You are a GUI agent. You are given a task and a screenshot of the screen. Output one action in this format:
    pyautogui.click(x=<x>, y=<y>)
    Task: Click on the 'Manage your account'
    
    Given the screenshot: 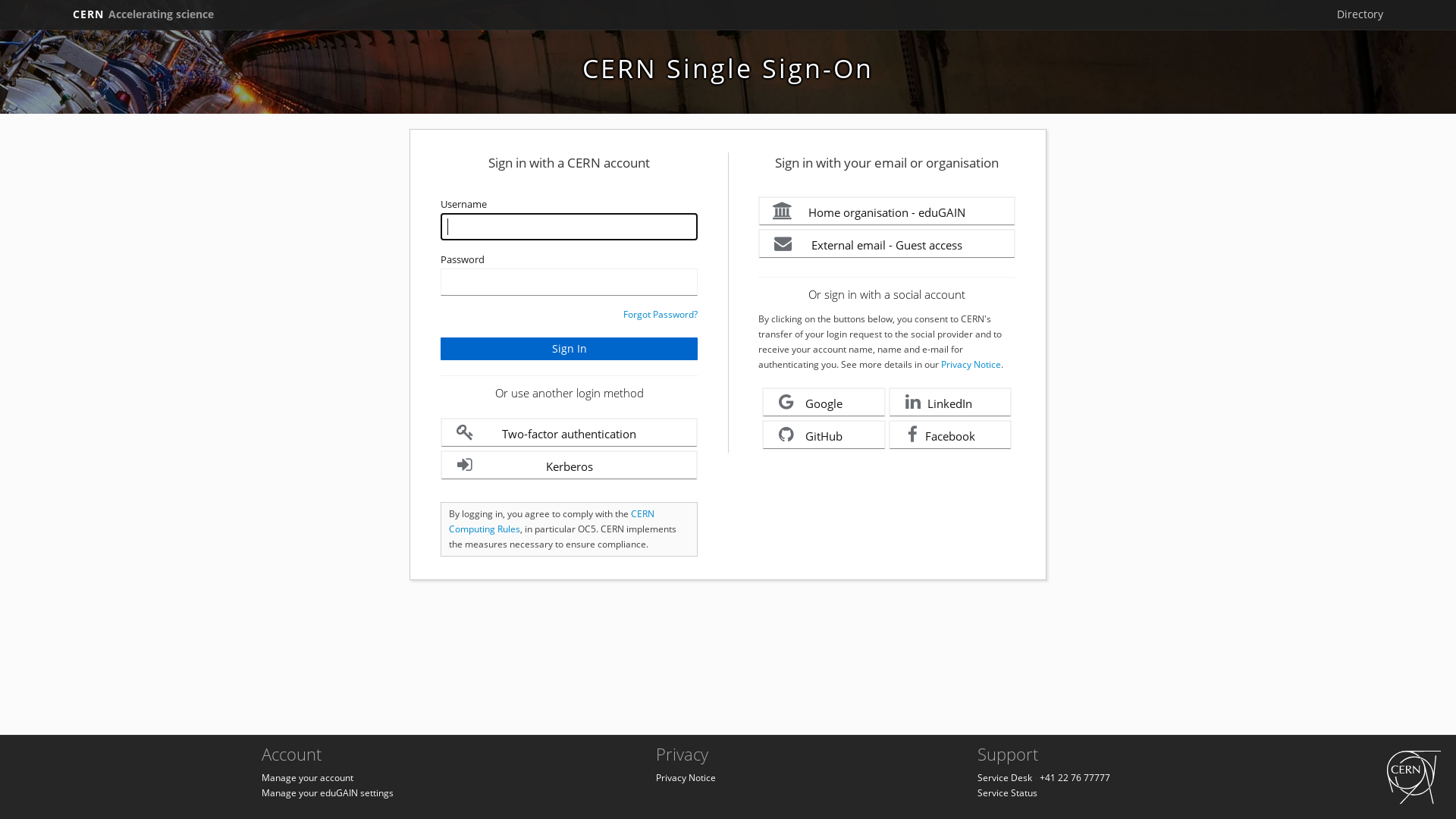 What is the action you would take?
    pyautogui.click(x=306, y=777)
    